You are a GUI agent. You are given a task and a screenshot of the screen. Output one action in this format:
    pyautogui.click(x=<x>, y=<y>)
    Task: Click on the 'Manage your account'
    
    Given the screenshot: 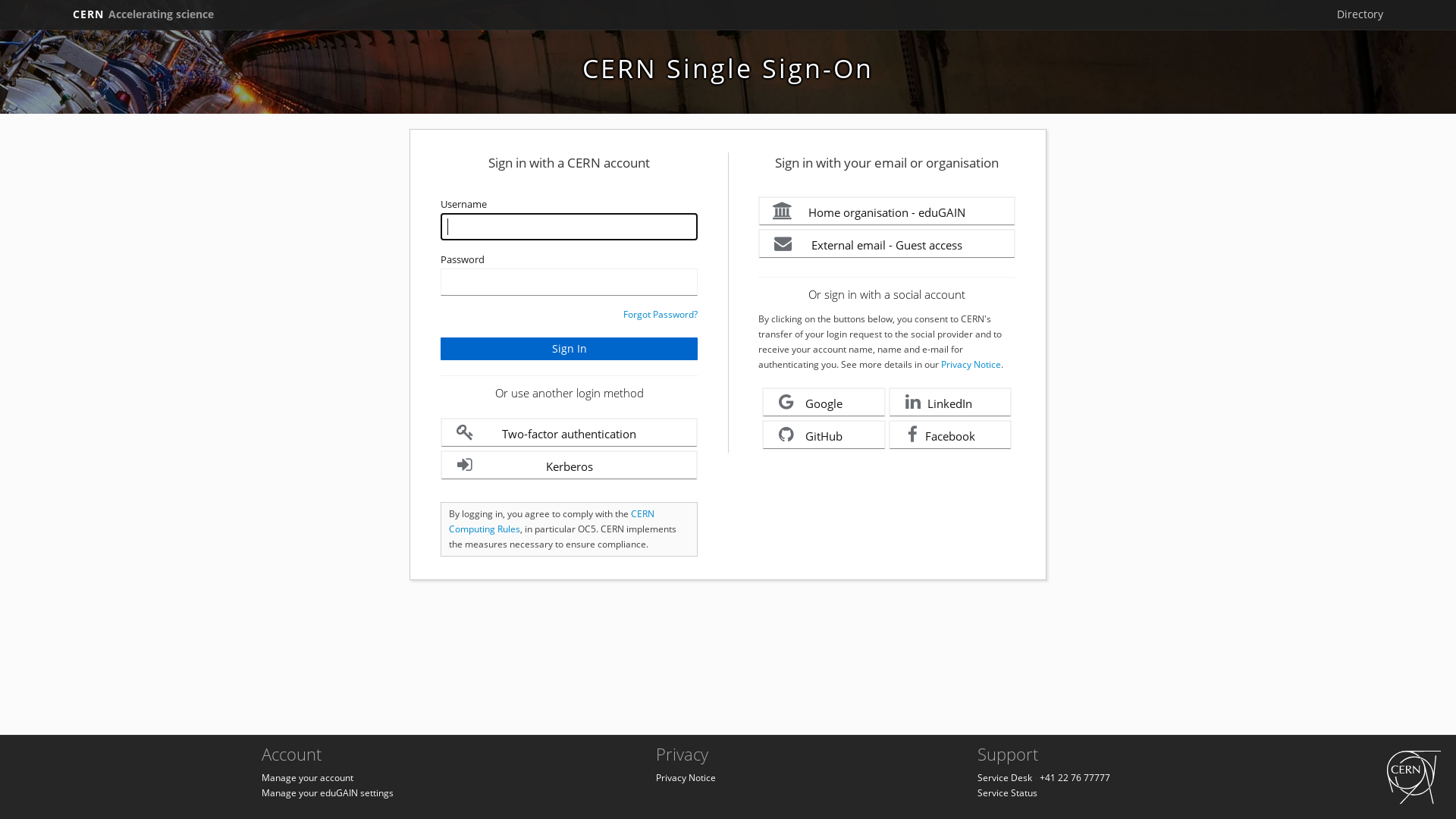 What is the action you would take?
    pyautogui.click(x=306, y=777)
    